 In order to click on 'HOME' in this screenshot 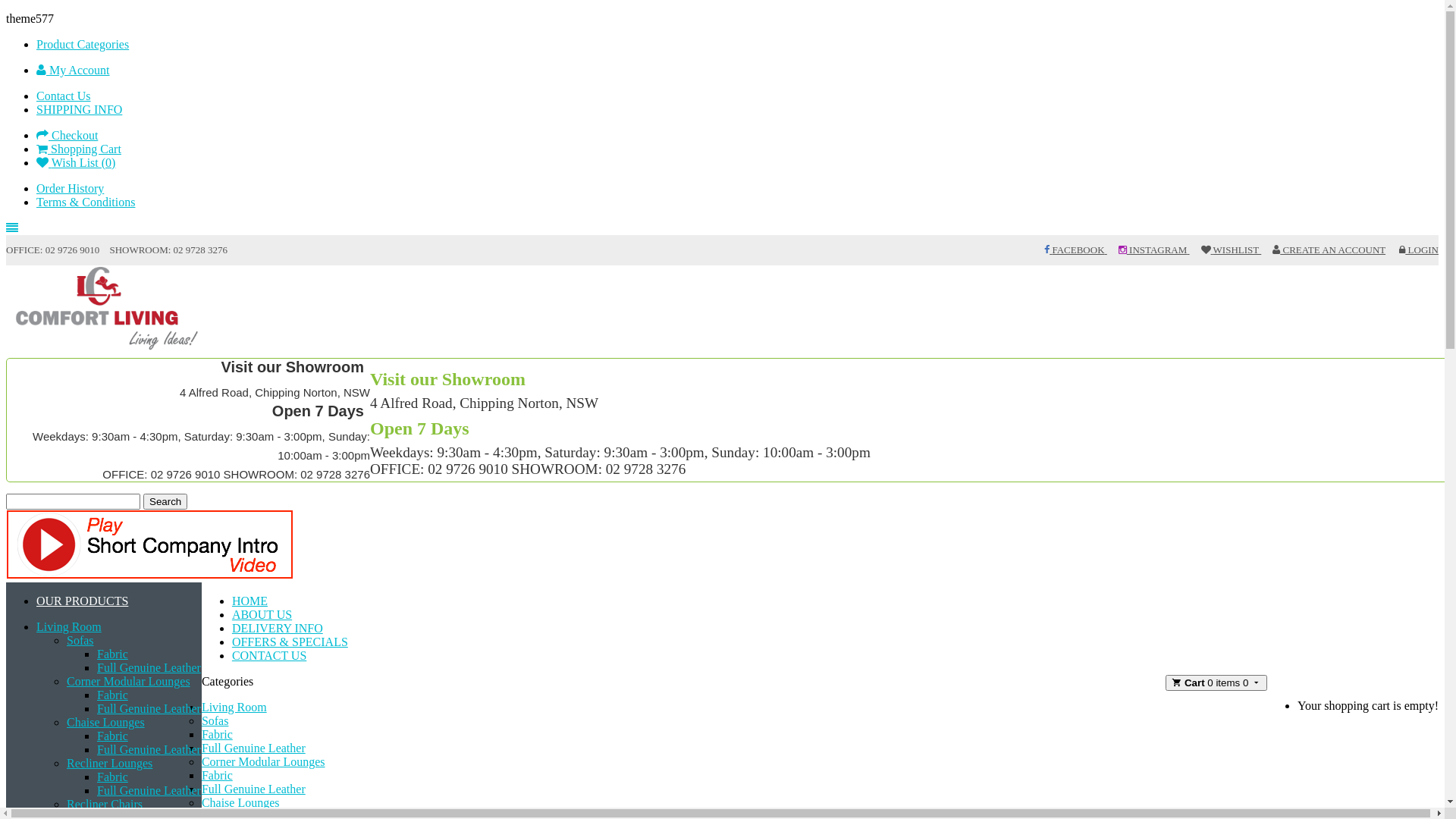, I will do `click(249, 600)`.